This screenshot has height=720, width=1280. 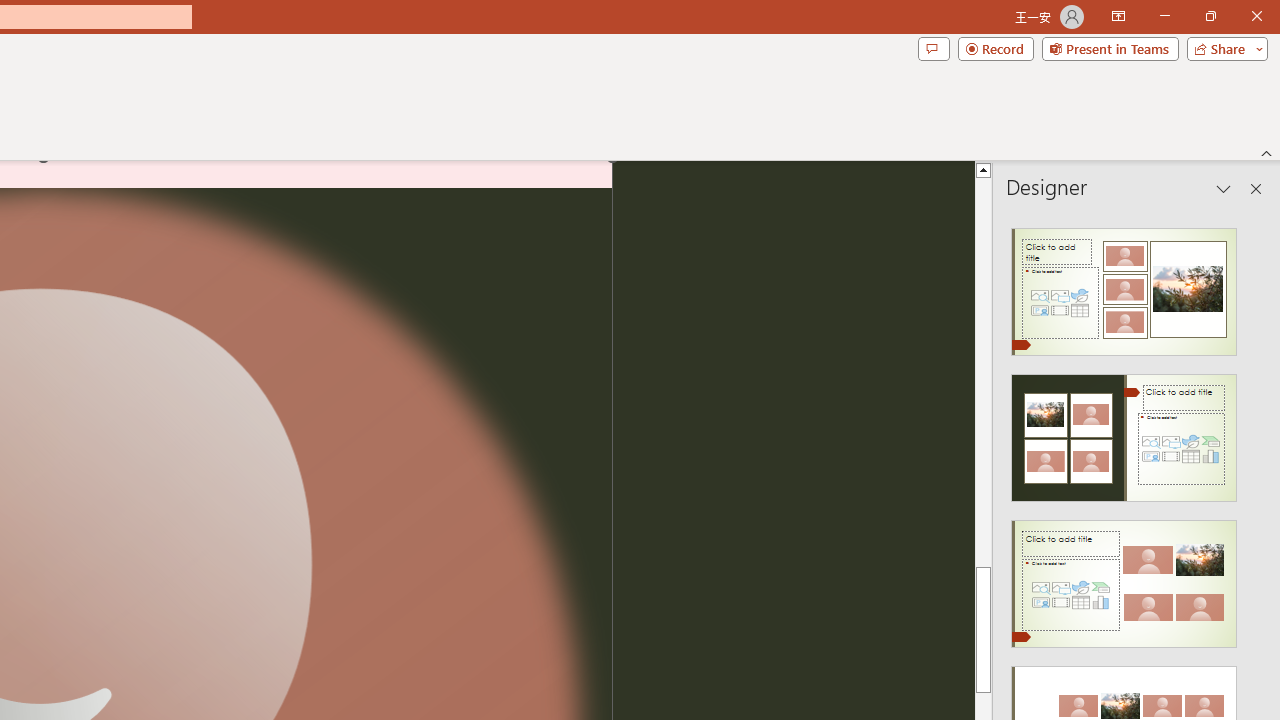 What do you see at coordinates (1255, 189) in the screenshot?
I see `'Close pane'` at bounding box center [1255, 189].